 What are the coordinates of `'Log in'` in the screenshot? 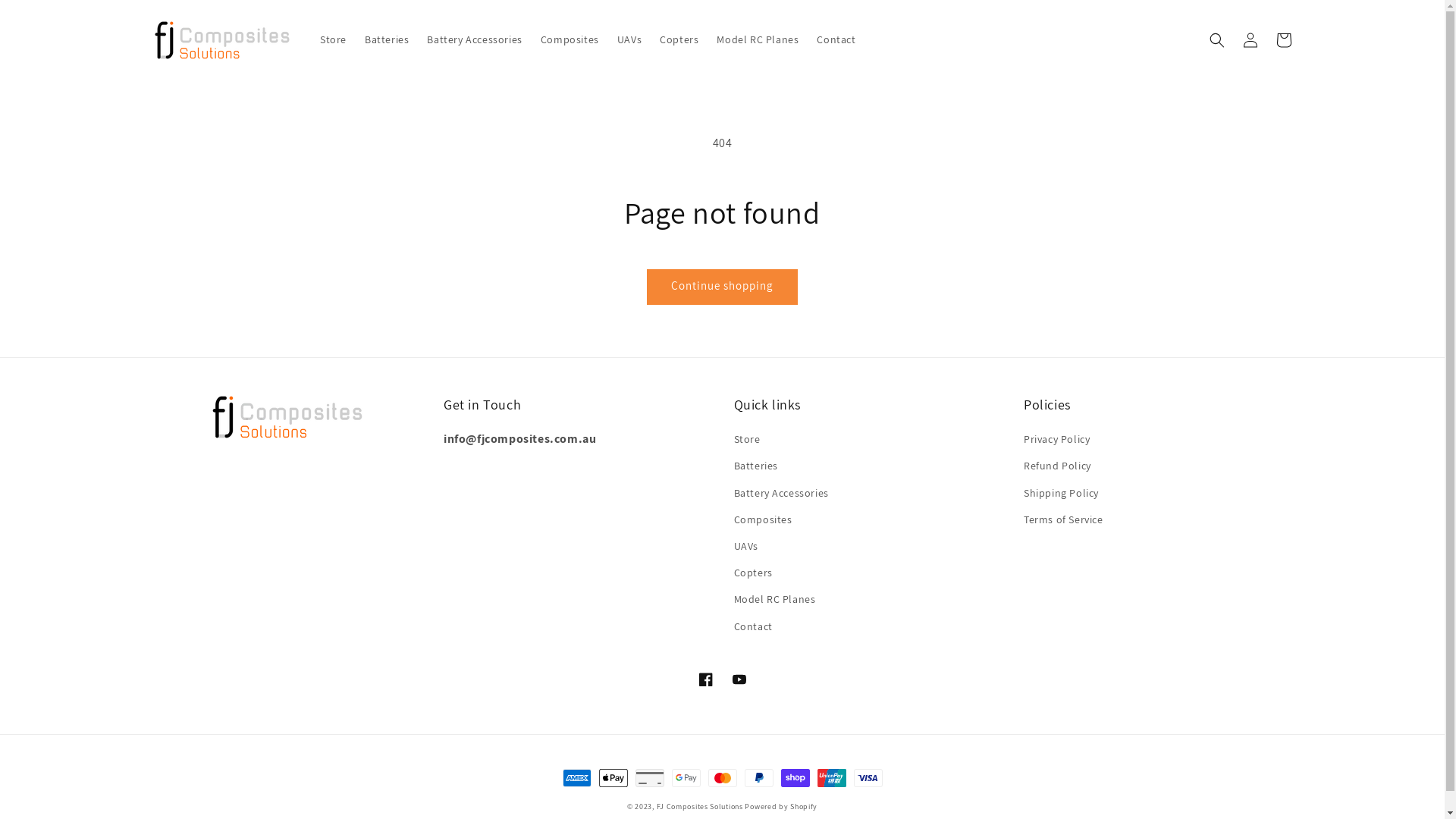 It's located at (1233, 38).